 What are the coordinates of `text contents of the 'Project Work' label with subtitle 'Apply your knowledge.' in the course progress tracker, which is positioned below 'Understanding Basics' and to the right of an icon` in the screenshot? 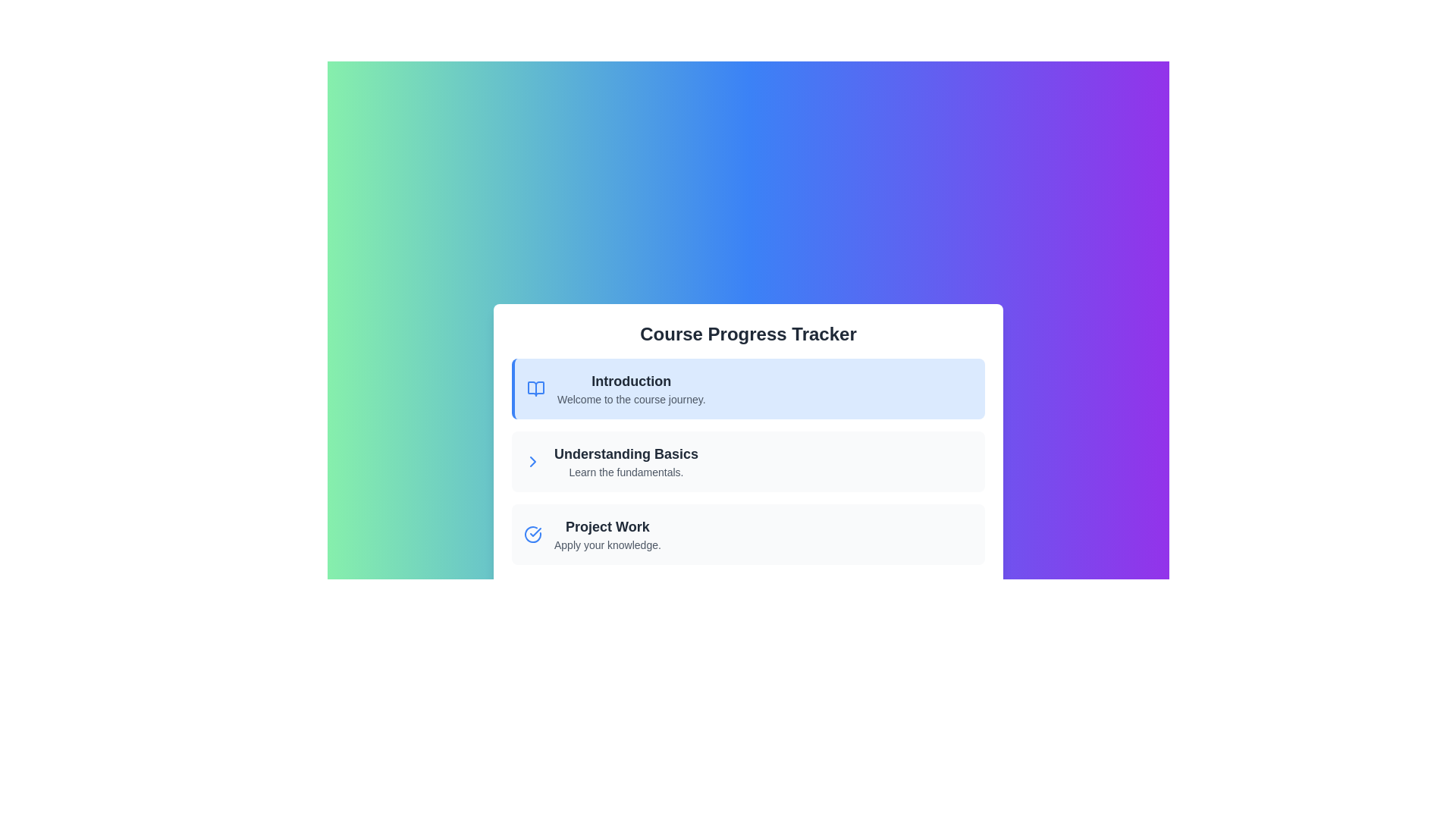 It's located at (607, 534).